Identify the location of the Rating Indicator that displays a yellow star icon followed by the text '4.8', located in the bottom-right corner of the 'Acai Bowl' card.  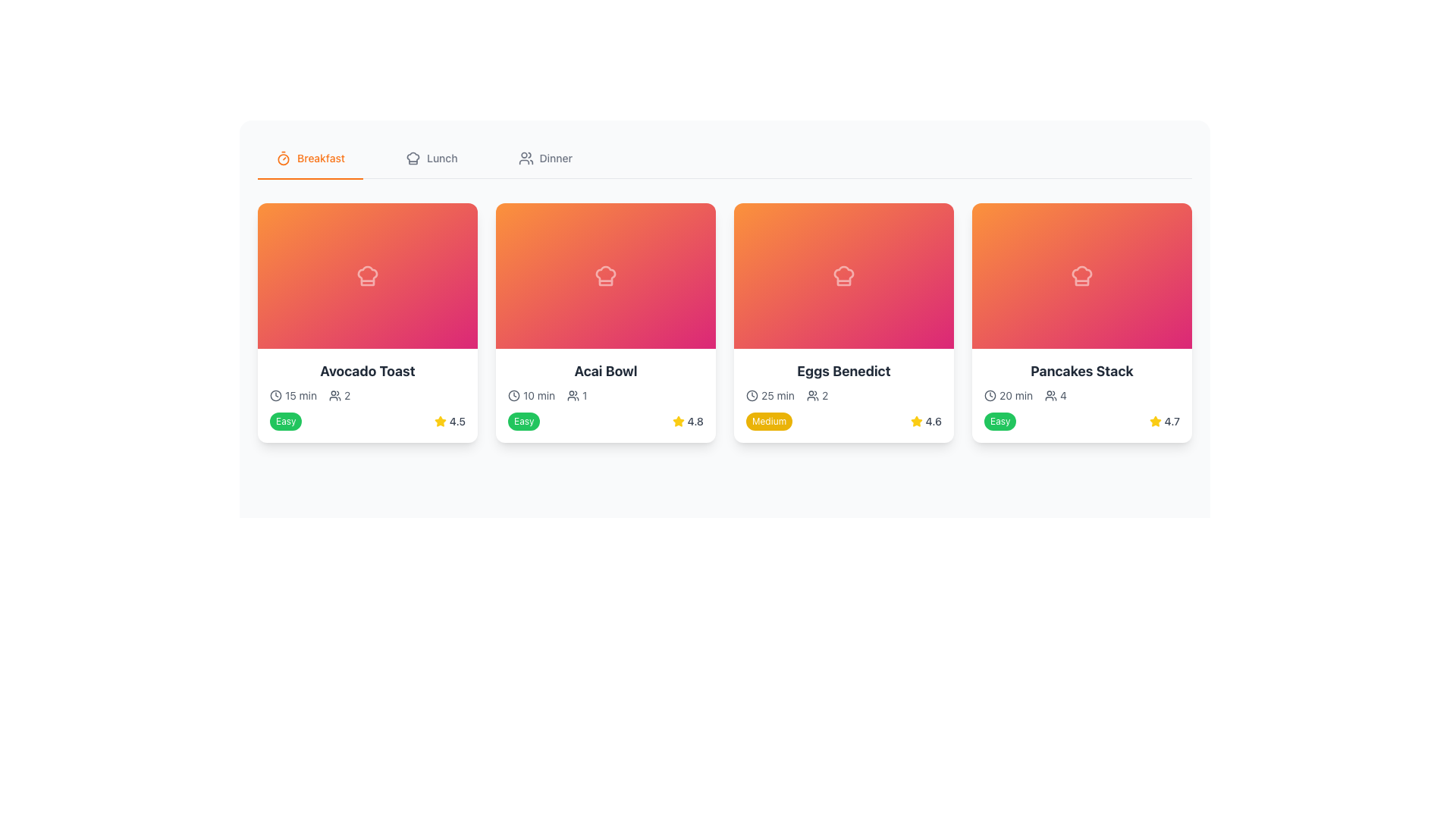
(687, 421).